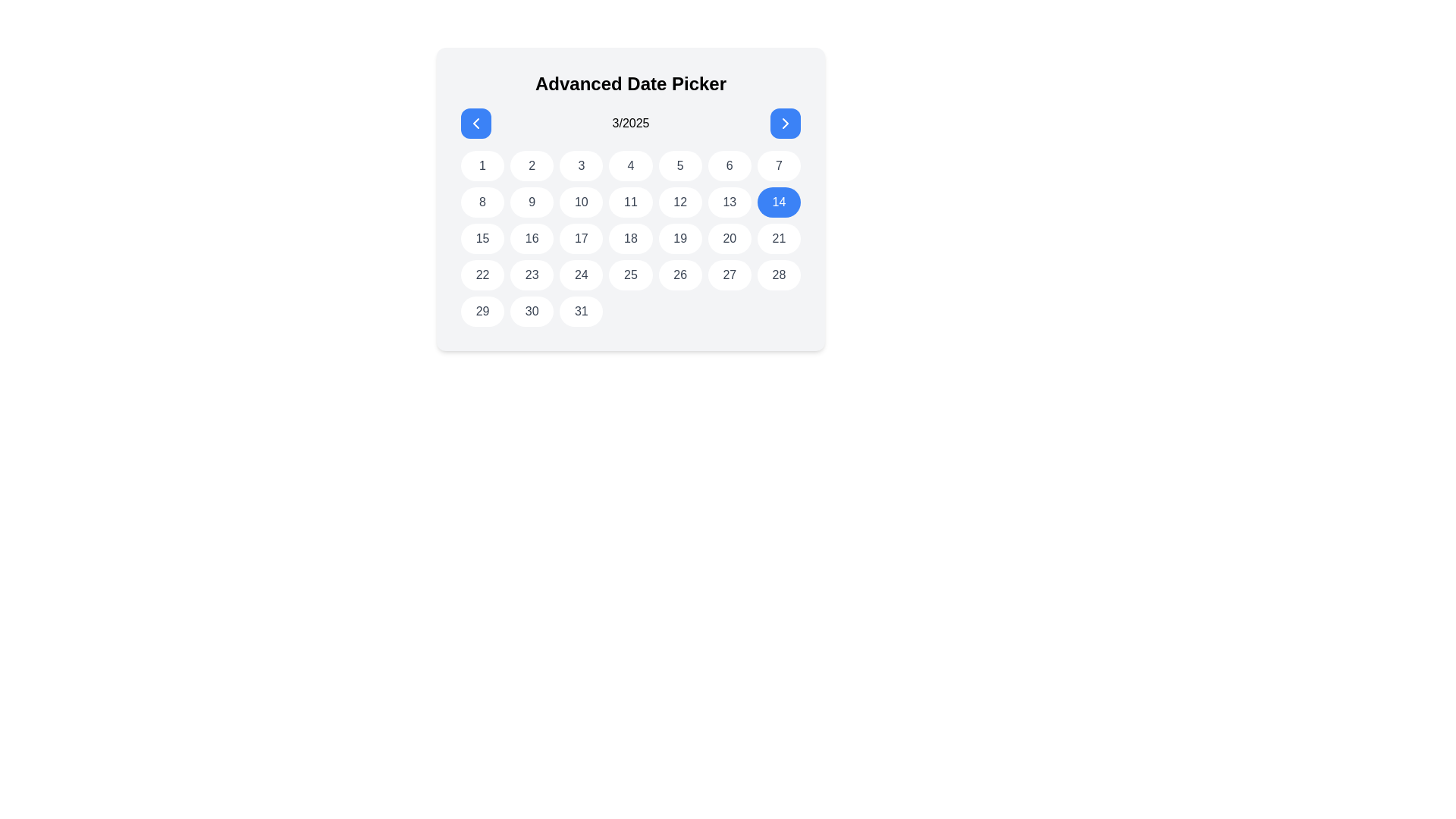 This screenshot has height=819, width=1456. What do you see at coordinates (786, 122) in the screenshot?
I see `the right navigation button for advancing months in the calendar interface, which features a rightward chevron arrow icon` at bounding box center [786, 122].